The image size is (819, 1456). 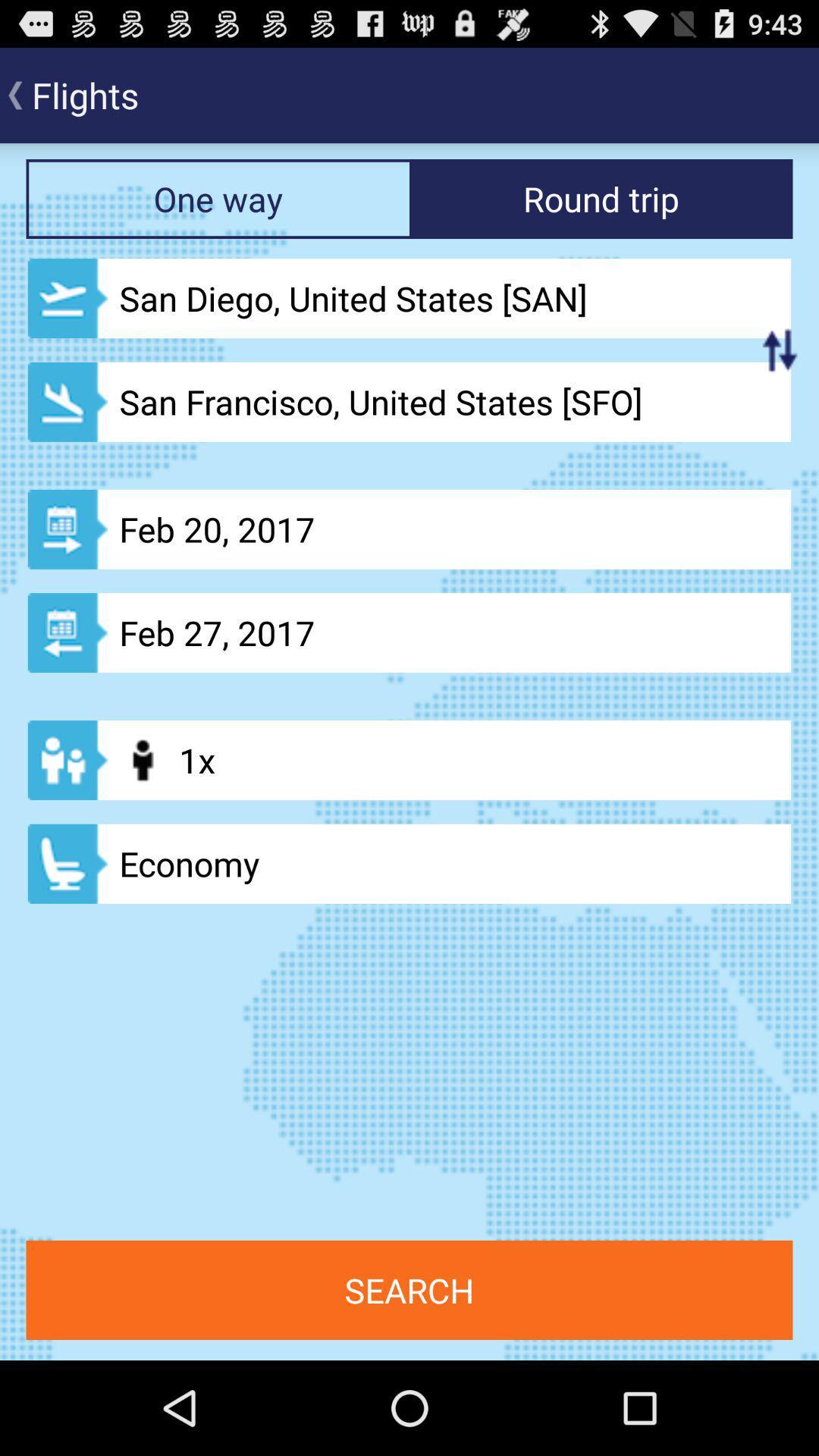 I want to click on the compare icon, so click(x=780, y=375).